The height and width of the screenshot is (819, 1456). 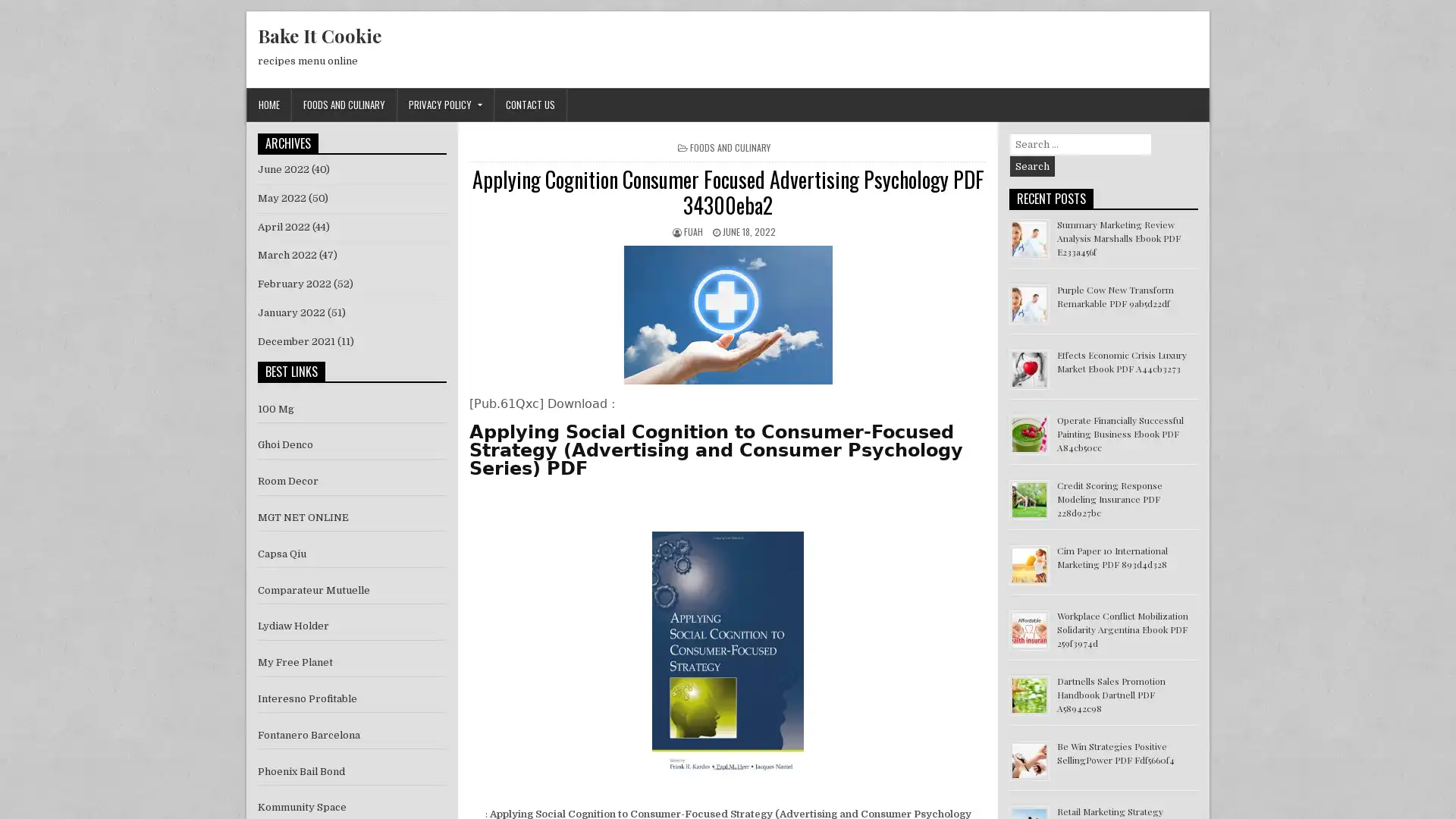 I want to click on Search, so click(x=1031, y=166).